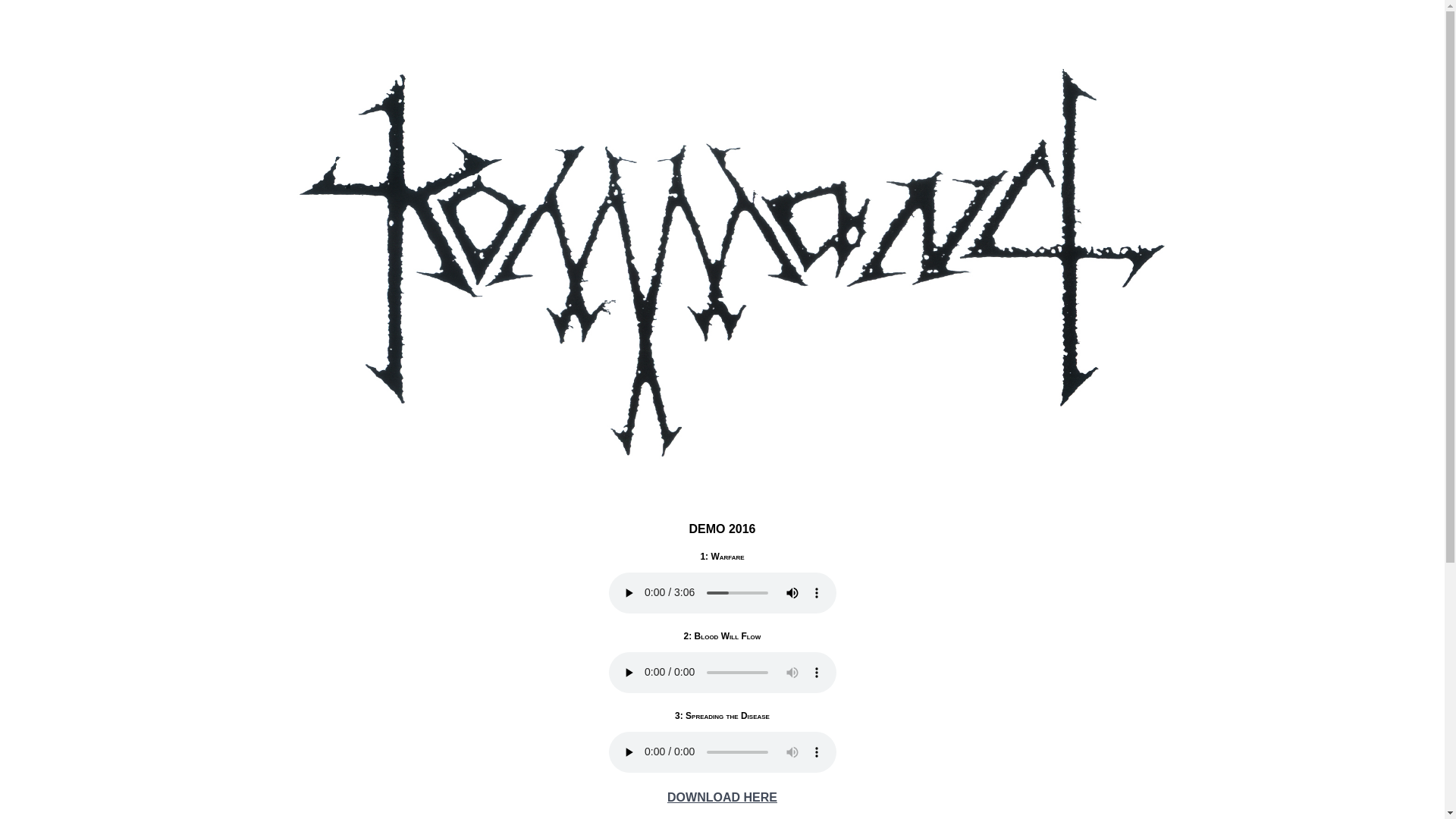  I want to click on 'DOWNLOAD HERE', so click(721, 796).